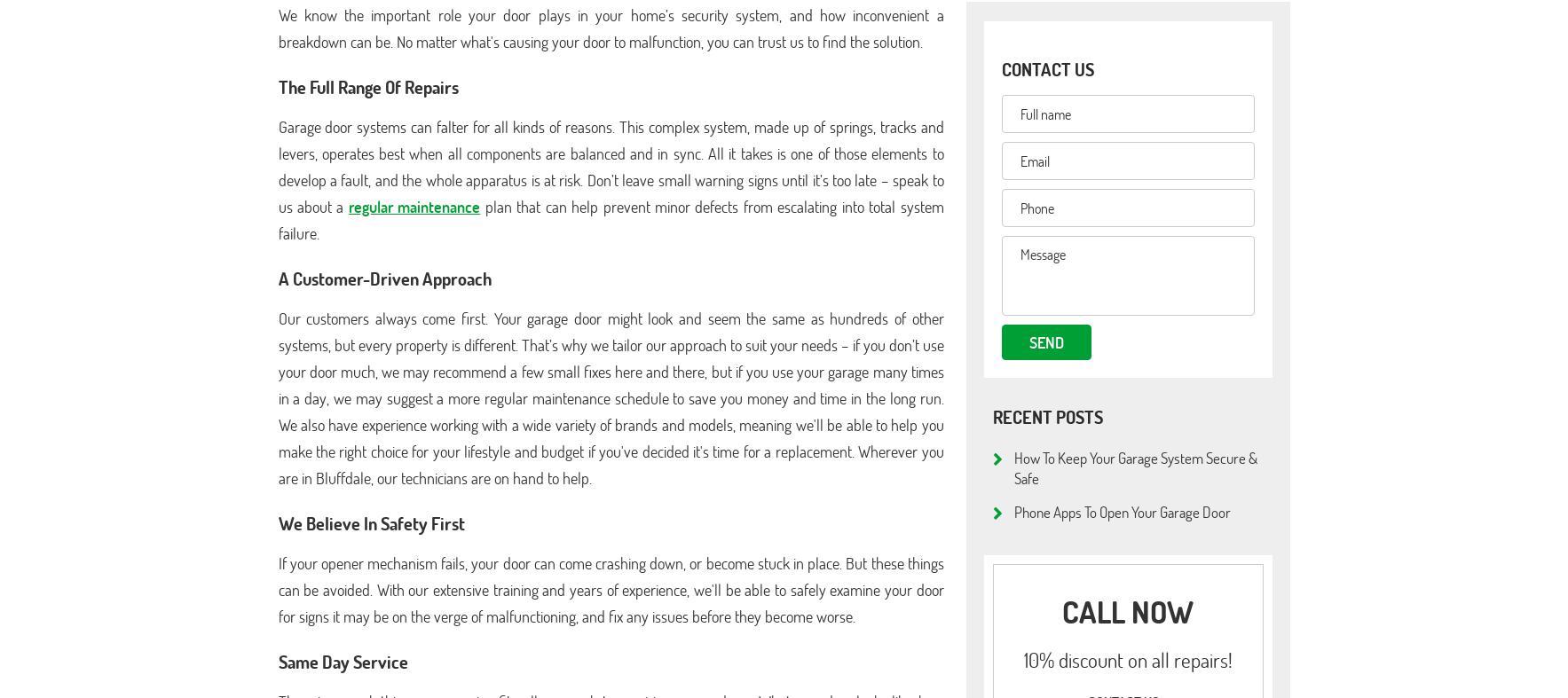 The image size is (1568, 698). Describe the element at coordinates (277, 27) in the screenshot. I see `'We know the important role your door plays in your home’s security system, and how inconvenient a breakdown can be. No matter what's causing your door to malfunction, you can trust us to find the solution.'` at that location.